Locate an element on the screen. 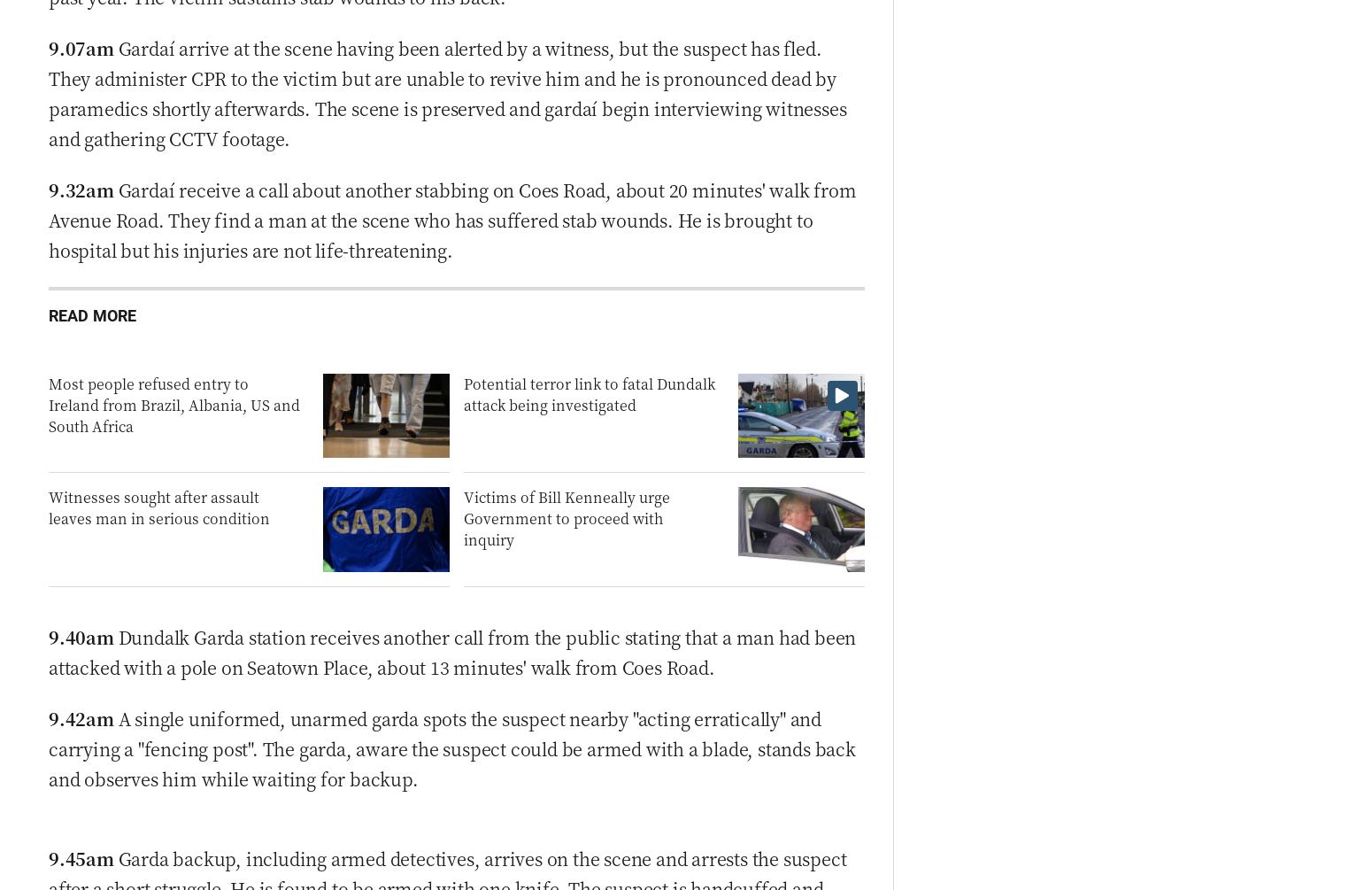 The height and width of the screenshot is (890, 1372). 'A single uniformed, unarmed garda spots the suspect nearby "acting erratically" and carrying a "fencing post". The garda, aware the suspect could be armed with a blade, stands back and observes him while waiting for backup.' is located at coordinates (451, 747).